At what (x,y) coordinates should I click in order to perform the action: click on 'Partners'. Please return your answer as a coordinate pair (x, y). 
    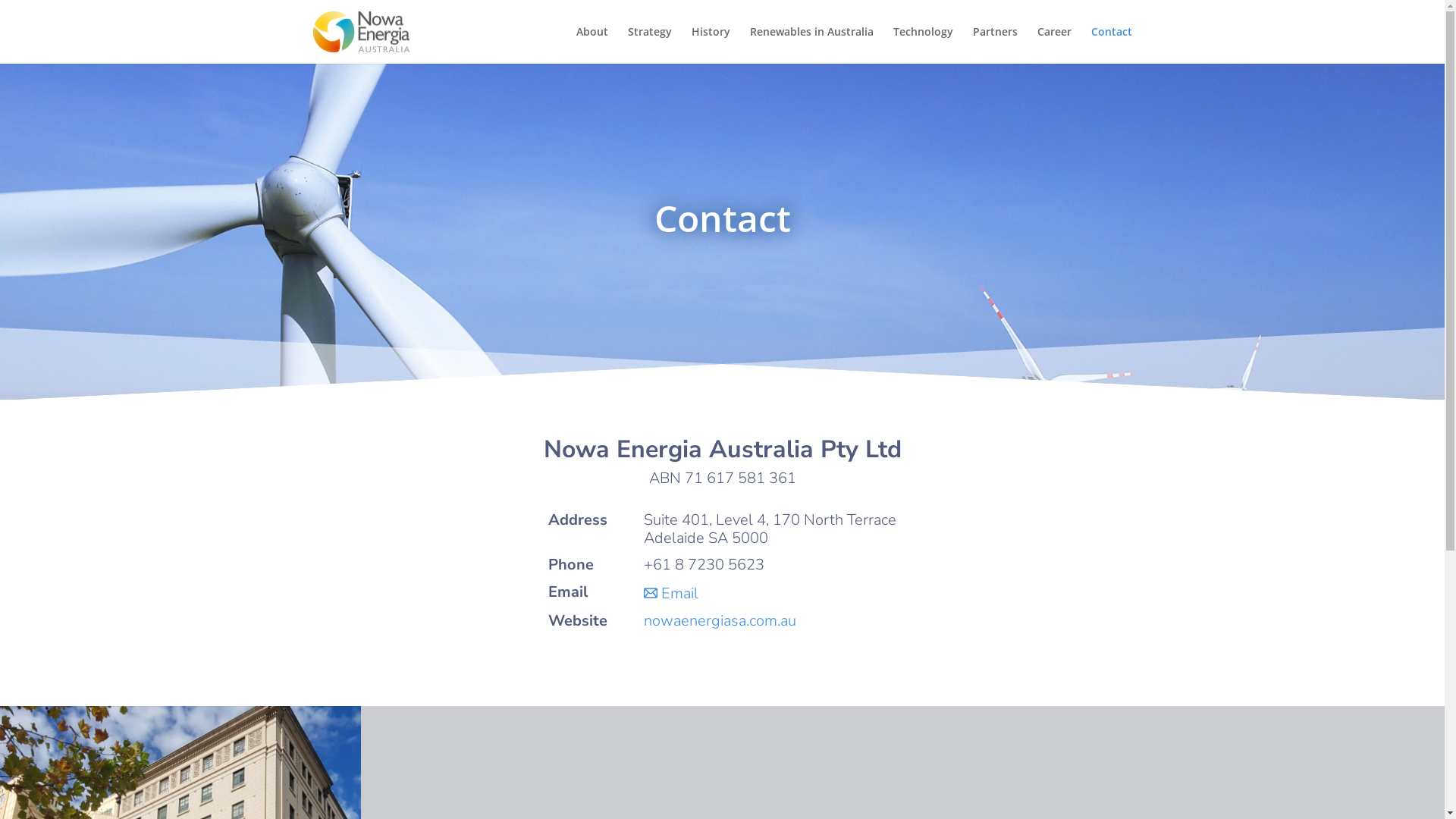
    Looking at the image, I should click on (971, 44).